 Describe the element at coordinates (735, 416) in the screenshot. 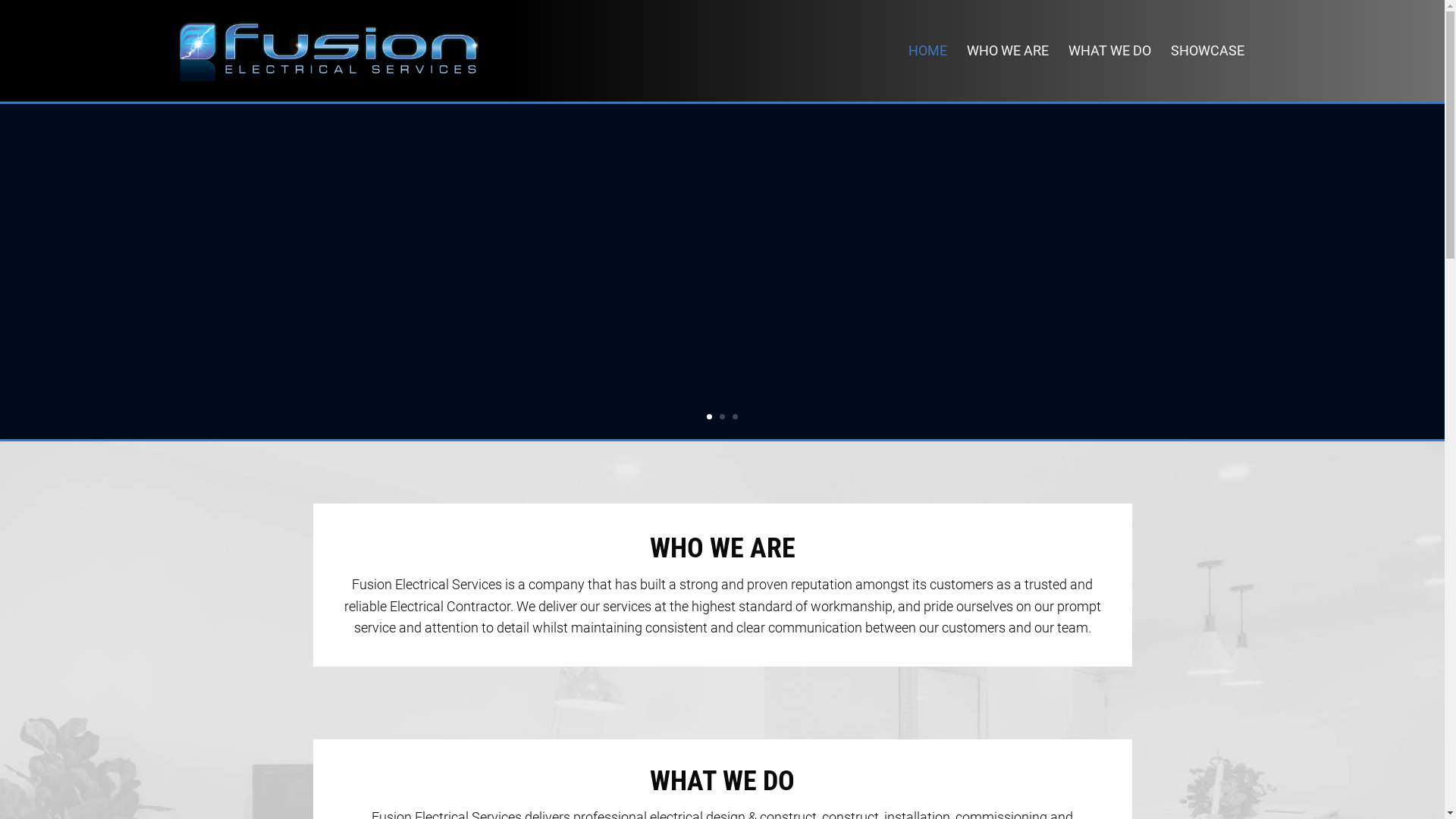

I see `'3'` at that location.